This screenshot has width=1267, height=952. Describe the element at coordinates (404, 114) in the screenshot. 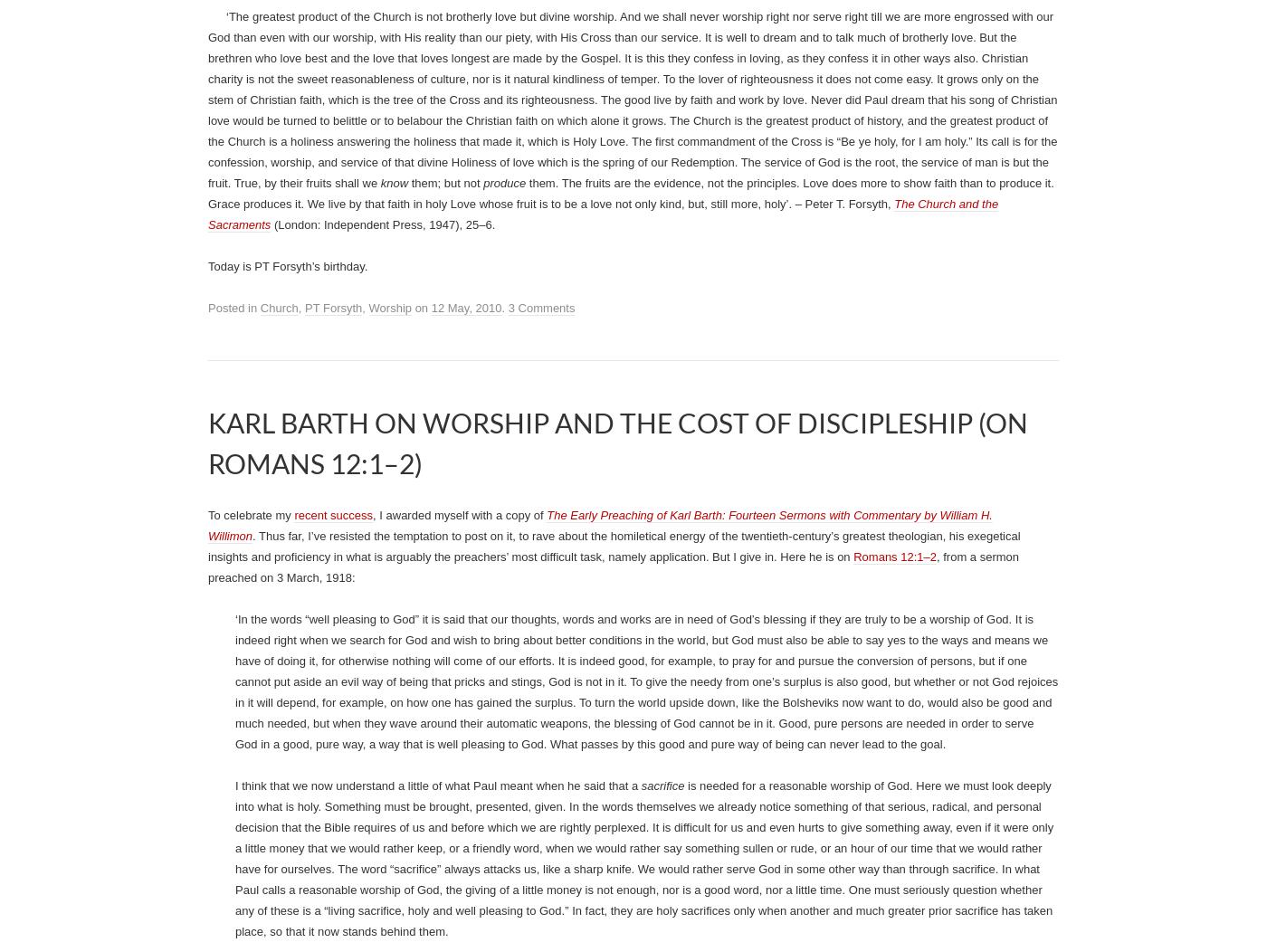

I see `'note on misreading.'` at that location.